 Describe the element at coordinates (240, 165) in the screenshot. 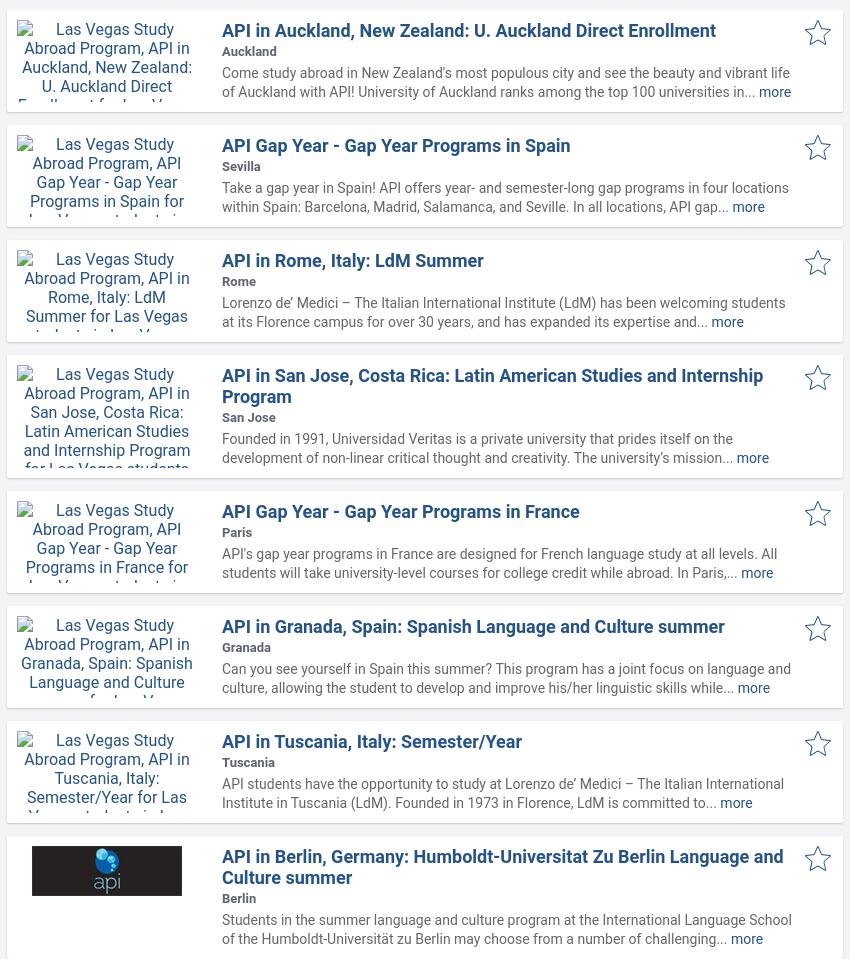

I see `'Sevilla'` at that location.